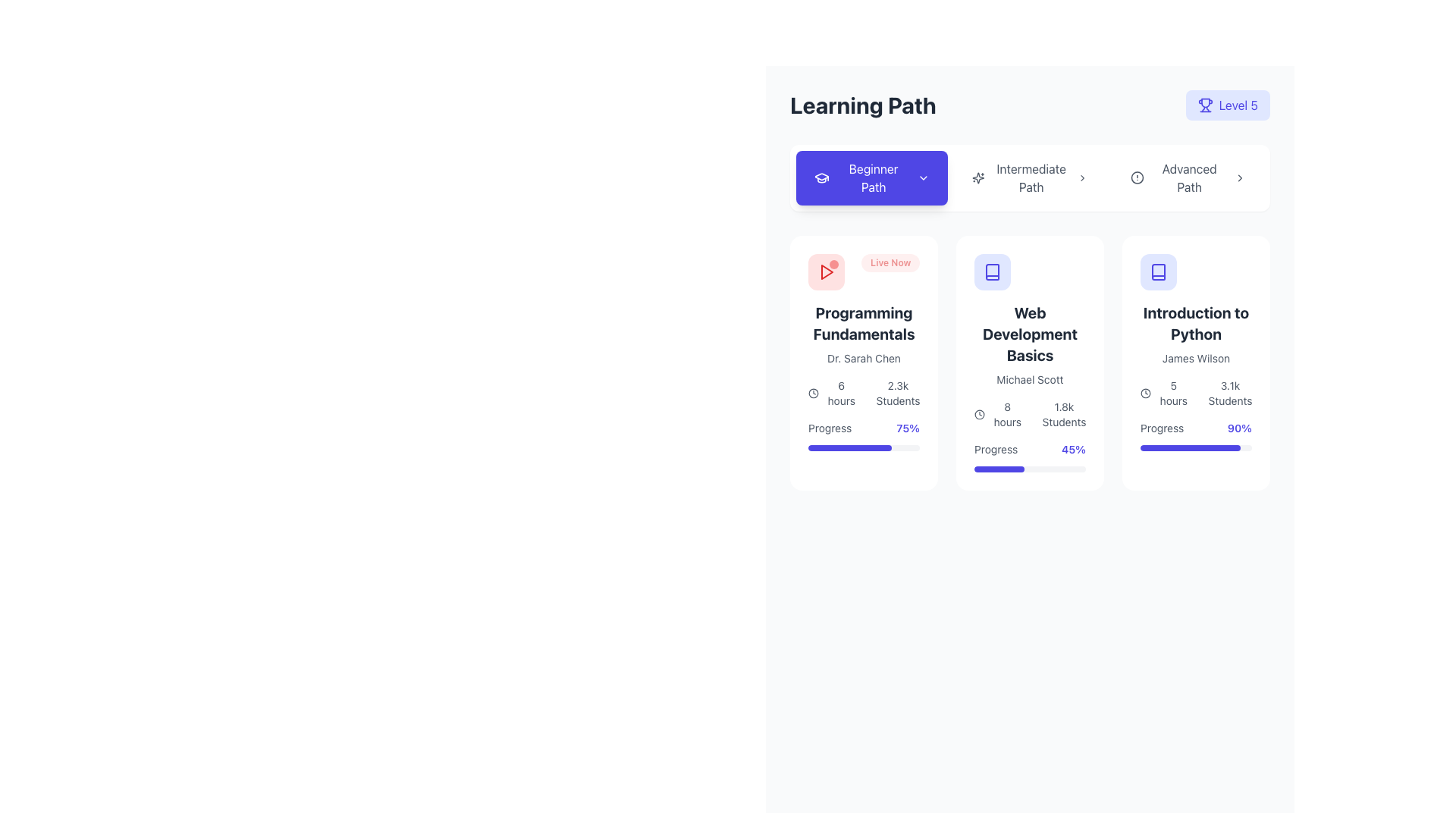  What do you see at coordinates (996, 449) in the screenshot?
I see `text label displaying 'Progress' located beneath the course details section in the 'Web Development Basics' card` at bounding box center [996, 449].